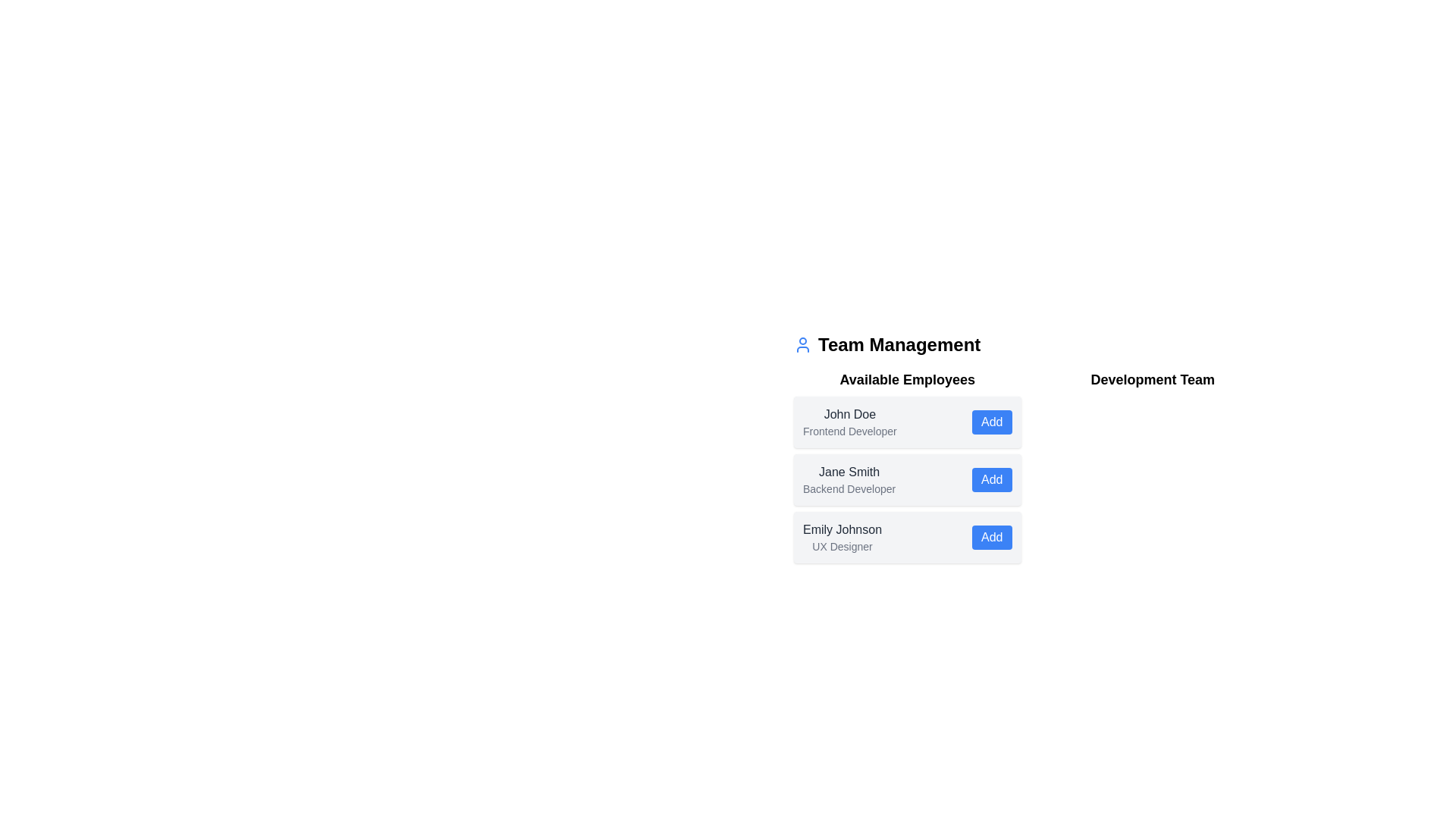  What do you see at coordinates (992, 422) in the screenshot?
I see `the 'Add' button with a blue background and white text located within the card of 'John Doe'` at bounding box center [992, 422].